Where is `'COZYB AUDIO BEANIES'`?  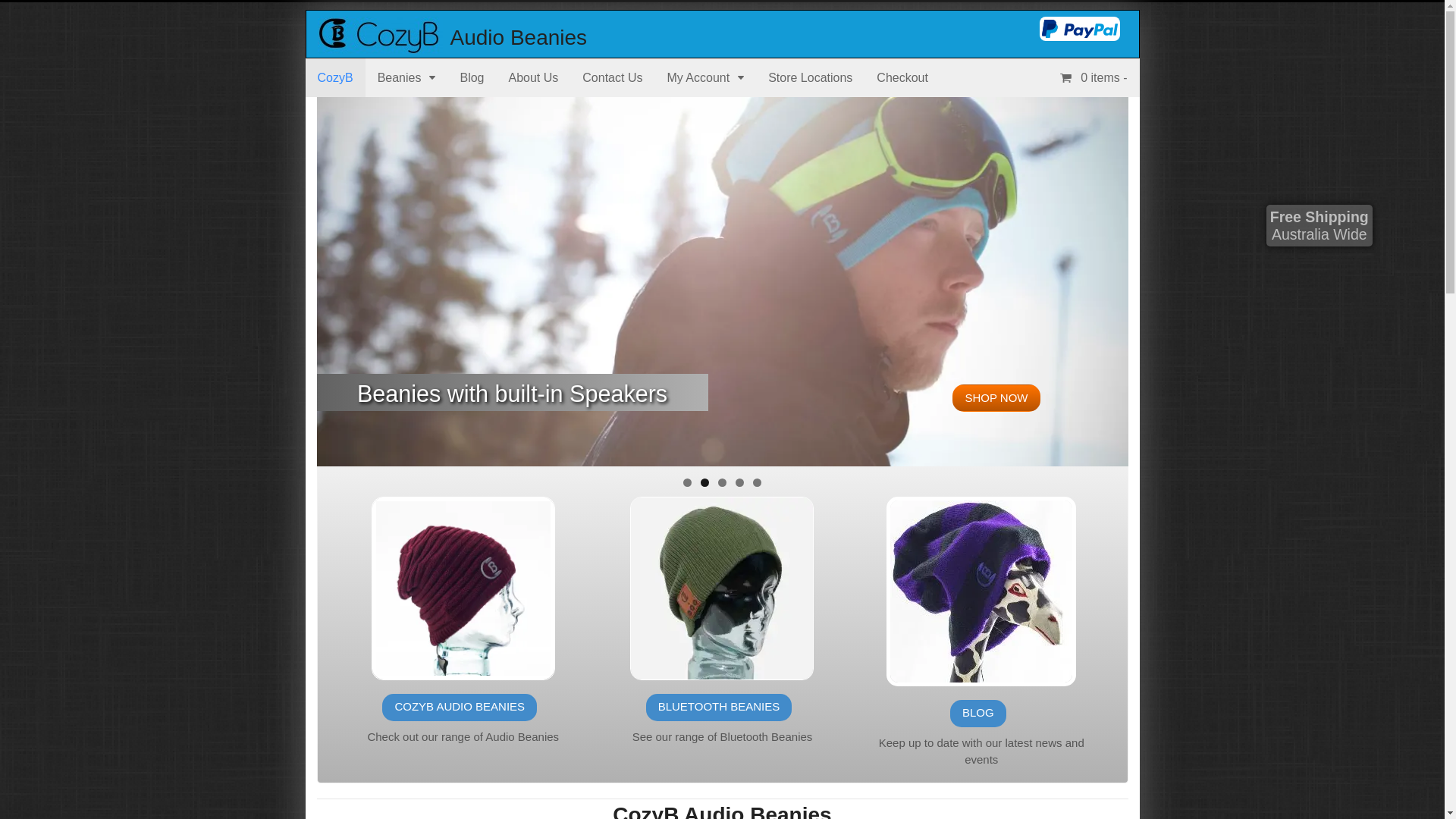
'COZYB AUDIO BEANIES' is located at coordinates (458, 708).